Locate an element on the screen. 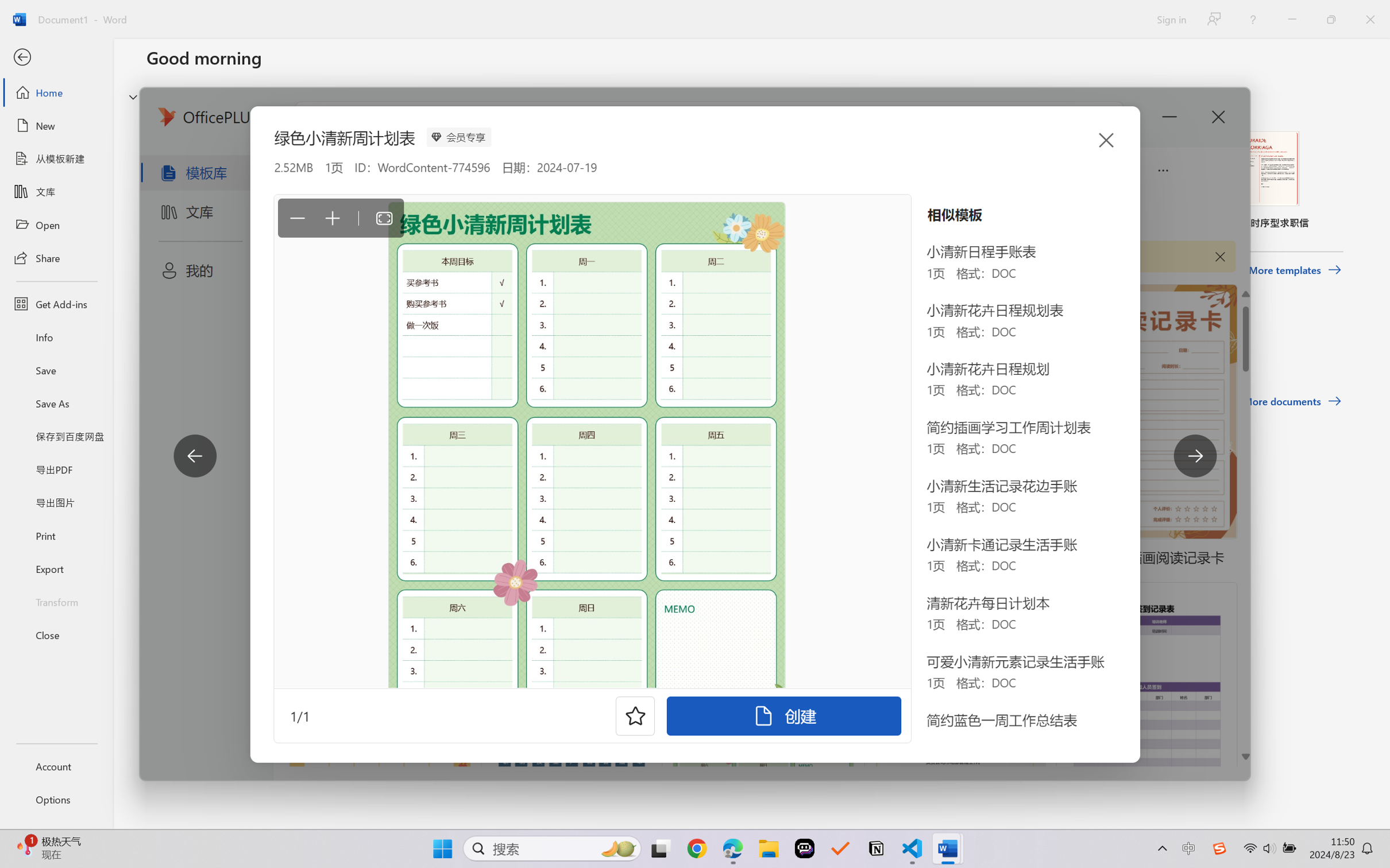  'Print' is located at coordinates (56, 536).